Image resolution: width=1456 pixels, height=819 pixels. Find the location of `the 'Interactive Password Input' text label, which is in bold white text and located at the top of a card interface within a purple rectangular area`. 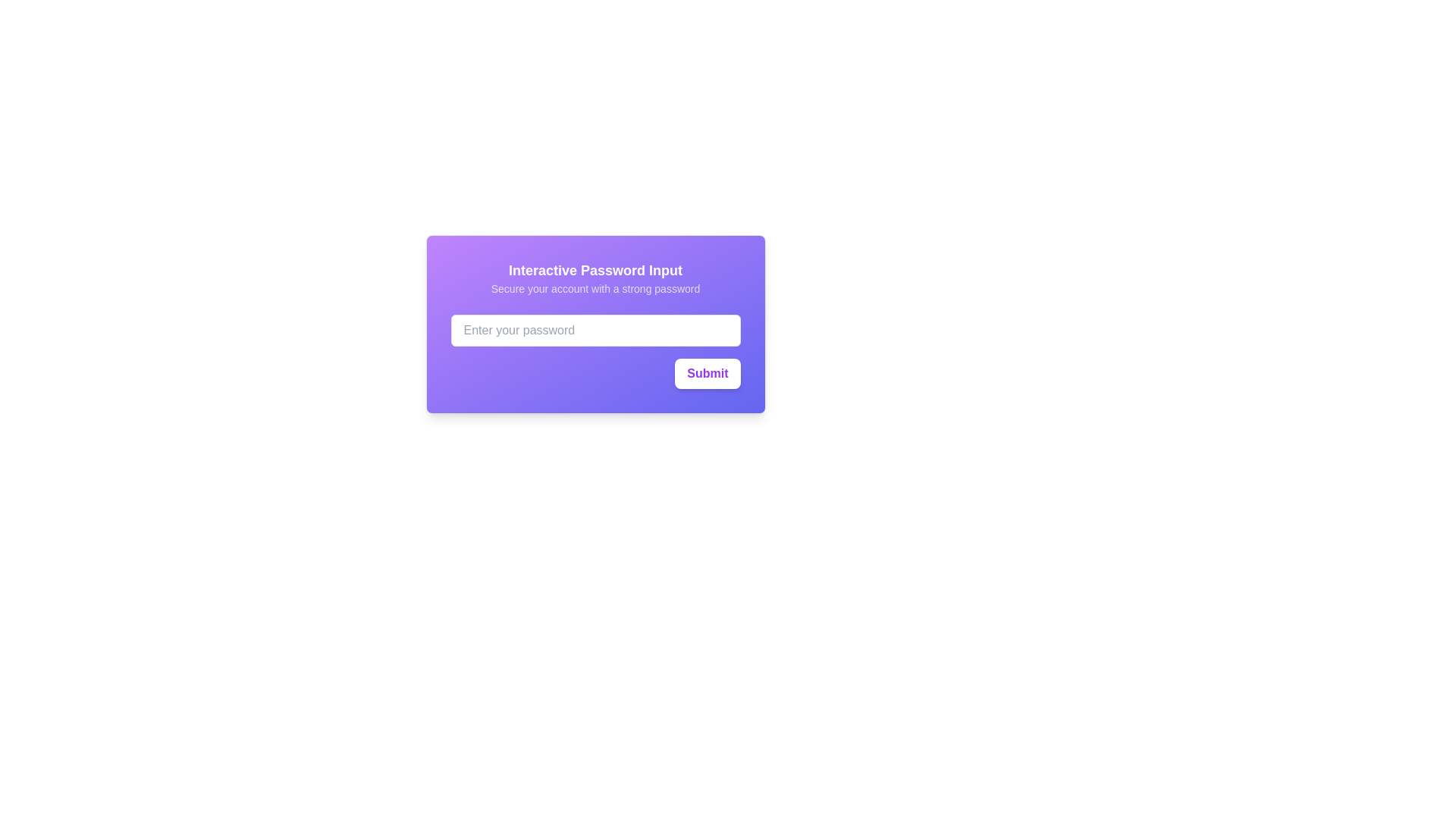

the 'Interactive Password Input' text label, which is in bold white text and located at the top of a card interface within a purple rectangular area is located at coordinates (595, 270).